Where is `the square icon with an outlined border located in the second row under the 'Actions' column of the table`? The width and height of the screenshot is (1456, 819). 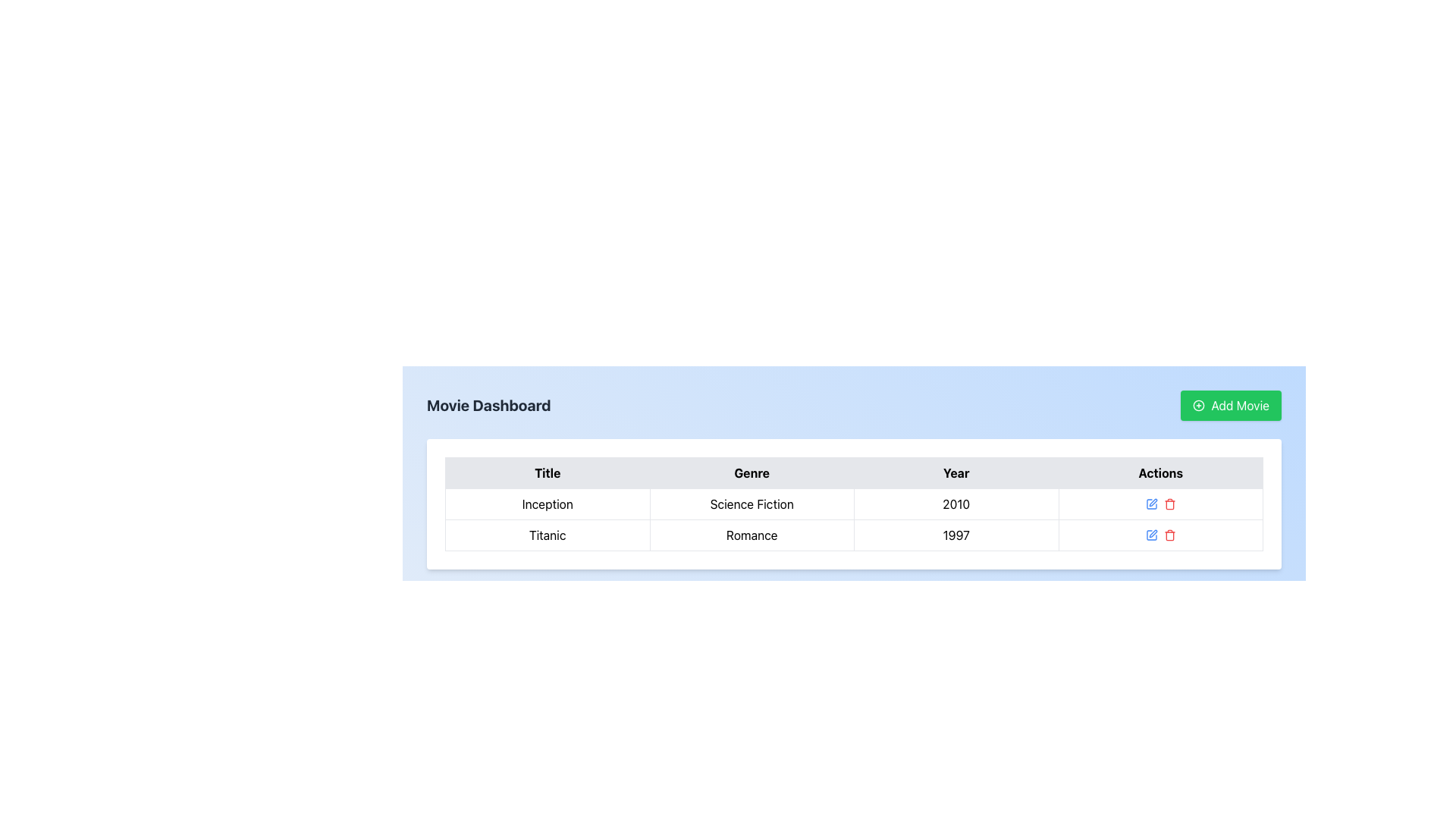 the square icon with an outlined border located in the second row under the 'Actions' column of the table is located at coordinates (1151, 504).